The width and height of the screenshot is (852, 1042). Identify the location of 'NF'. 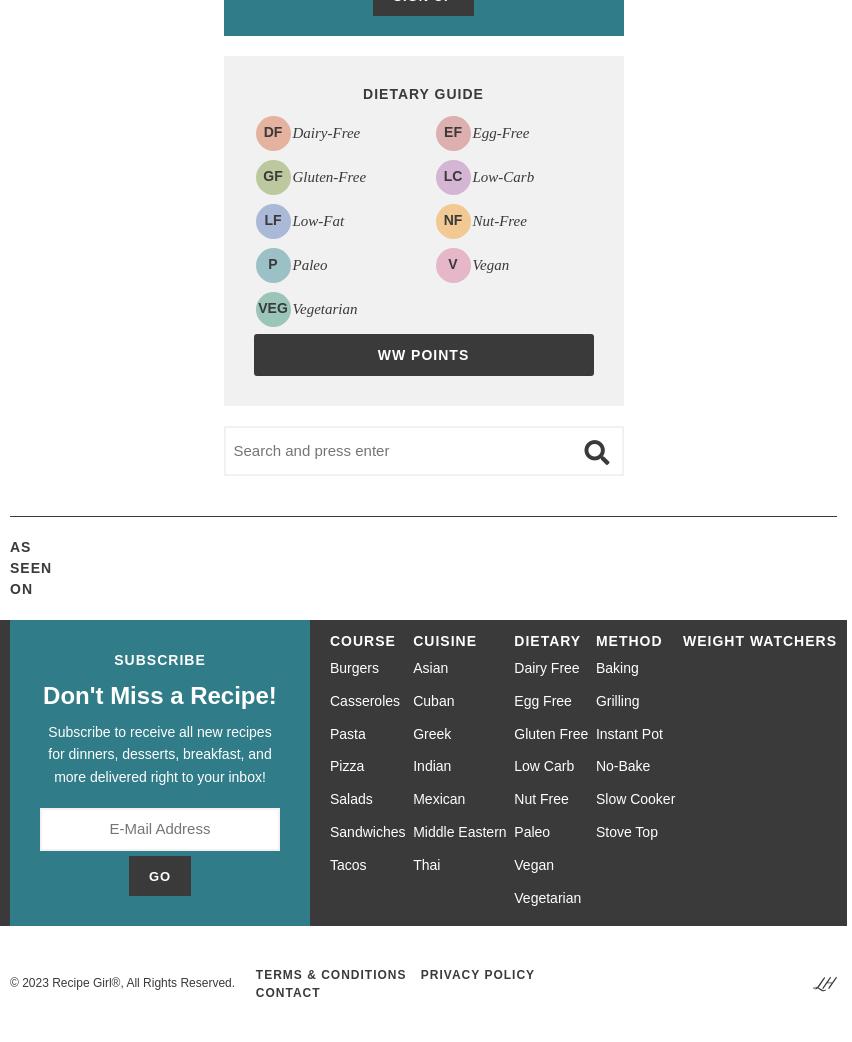
(451, 218).